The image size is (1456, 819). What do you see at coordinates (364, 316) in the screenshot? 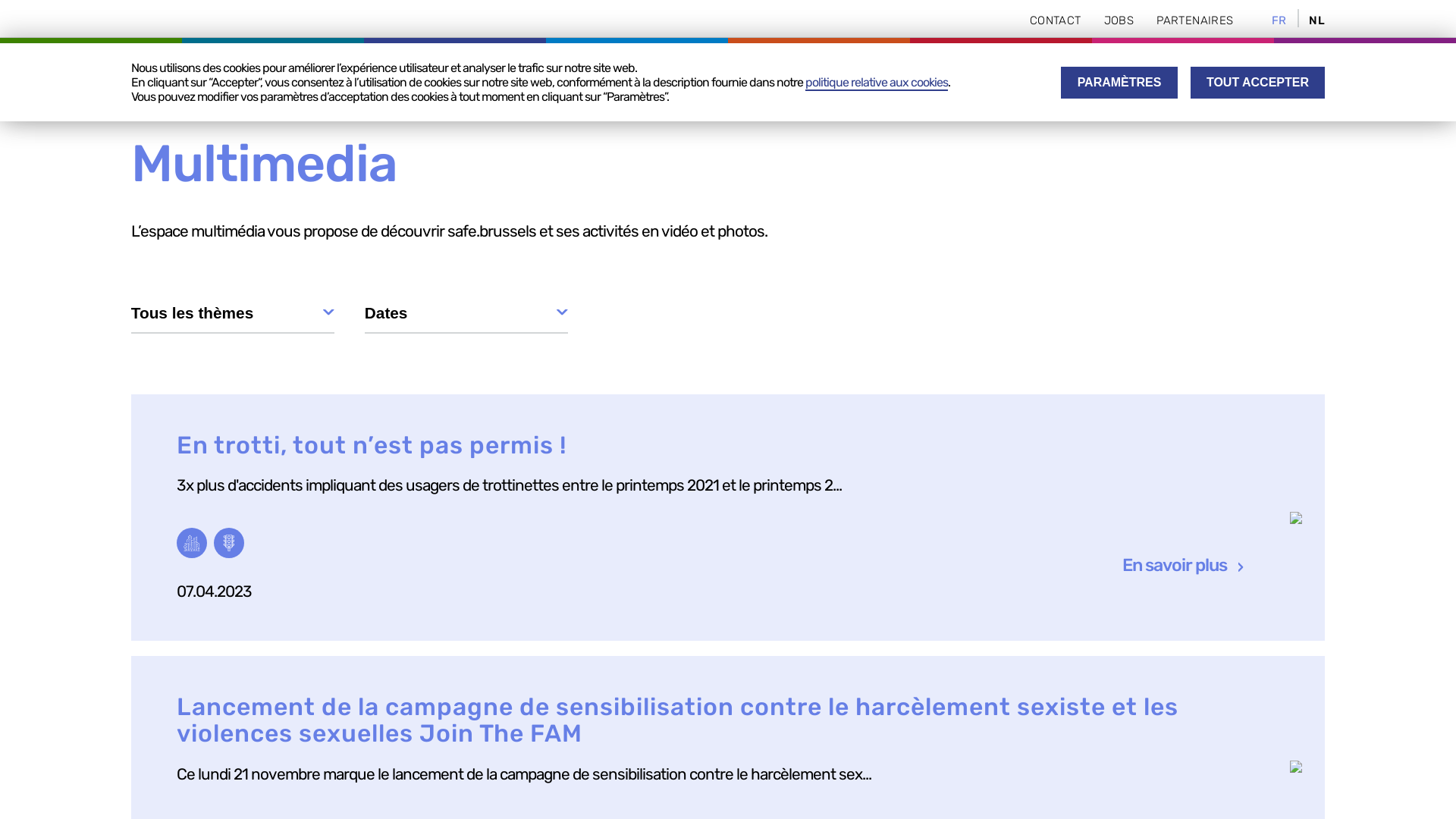
I see `'Dates'` at bounding box center [364, 316].